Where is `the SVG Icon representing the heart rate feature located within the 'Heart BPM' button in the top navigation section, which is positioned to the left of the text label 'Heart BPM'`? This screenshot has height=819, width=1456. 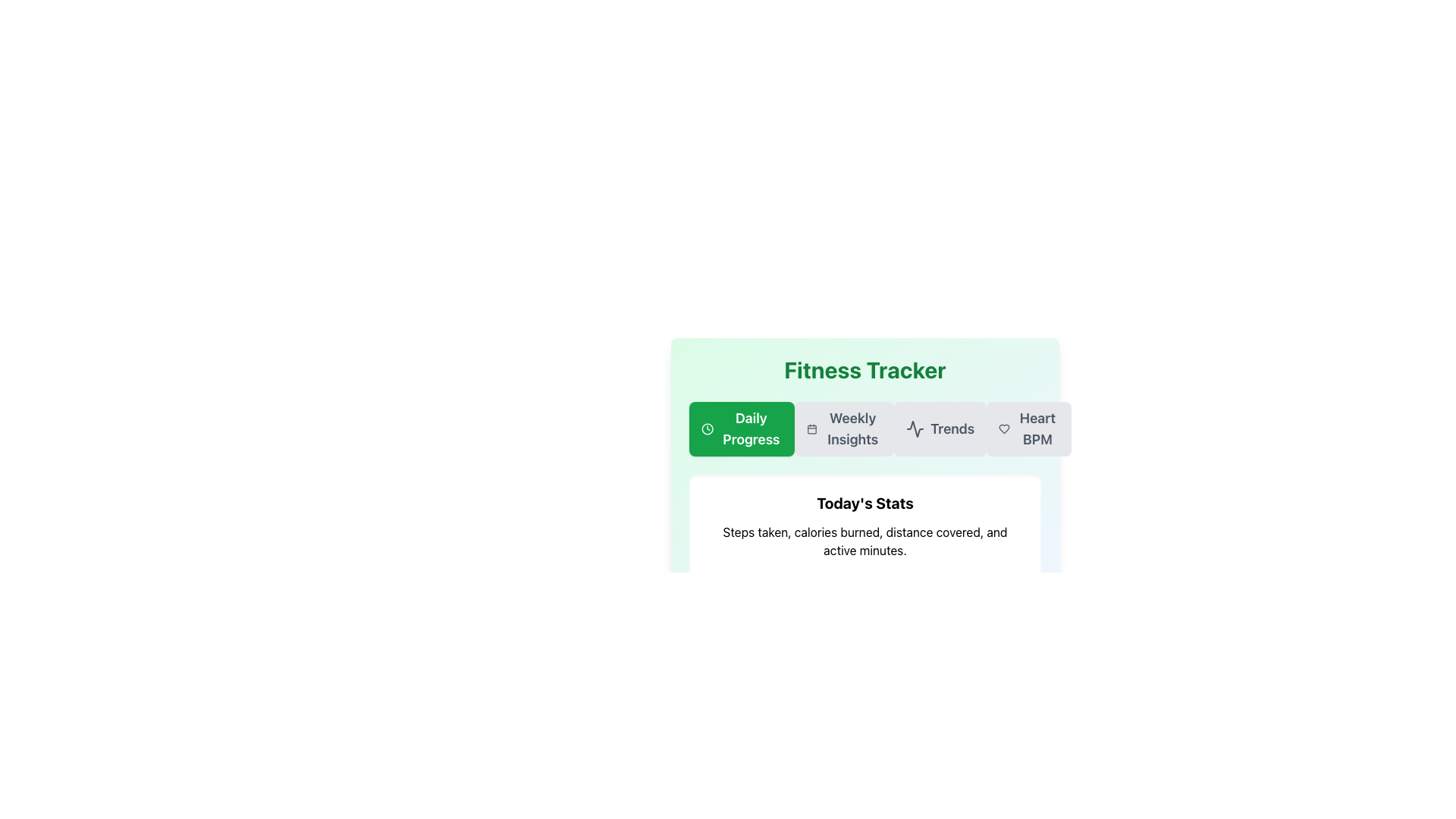
the SVG Icon representing the heart rate feature located within the 'Heart BPM' button in the top navigation section, which is positioned to the left of the text label 'Heart BPM' is located at coordinates (1004, 429).